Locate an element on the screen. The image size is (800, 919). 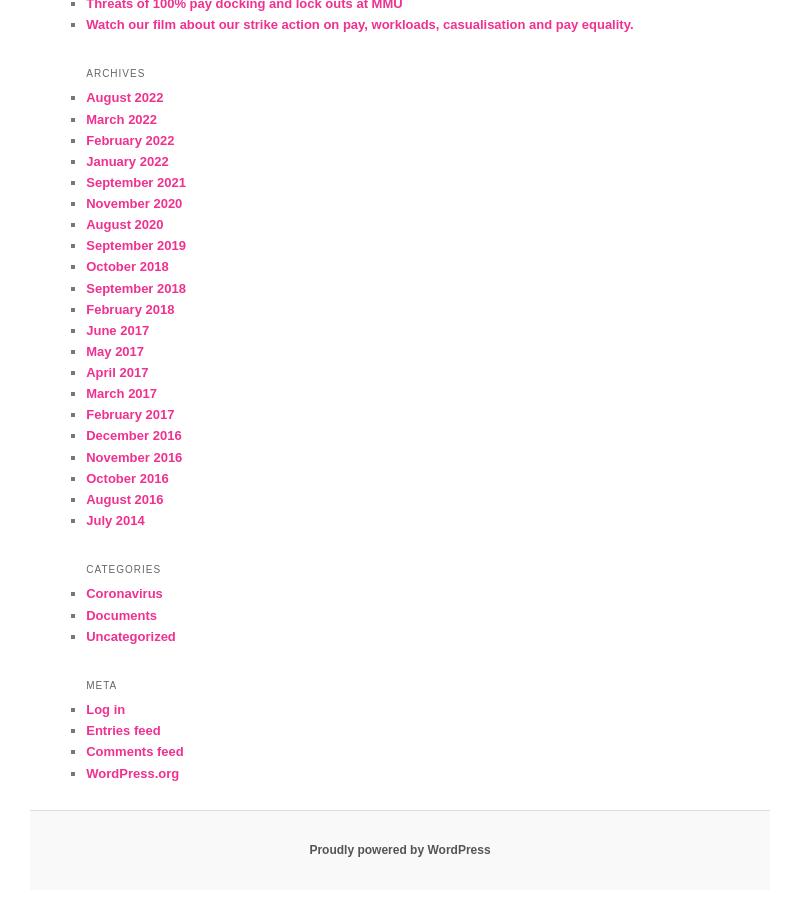
'November 2016' is located at coordinates (134, 456).